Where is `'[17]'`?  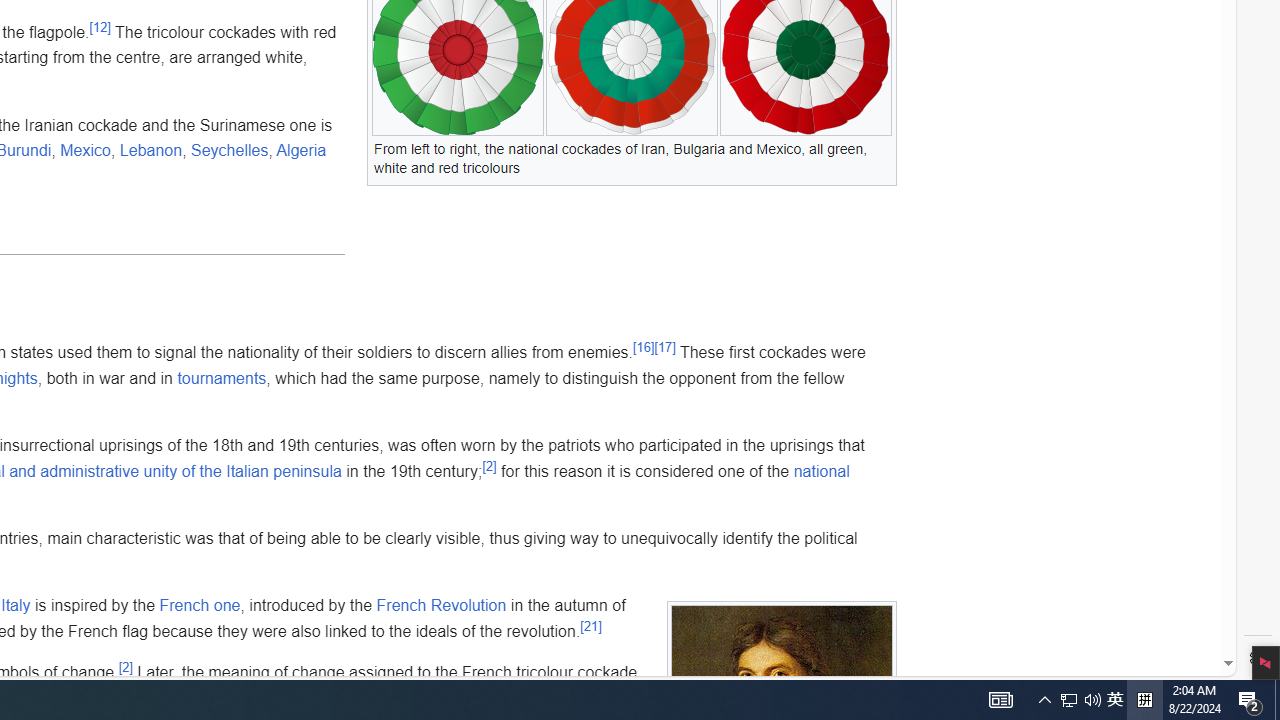 '[17]' is located at coordinates (664, 346).